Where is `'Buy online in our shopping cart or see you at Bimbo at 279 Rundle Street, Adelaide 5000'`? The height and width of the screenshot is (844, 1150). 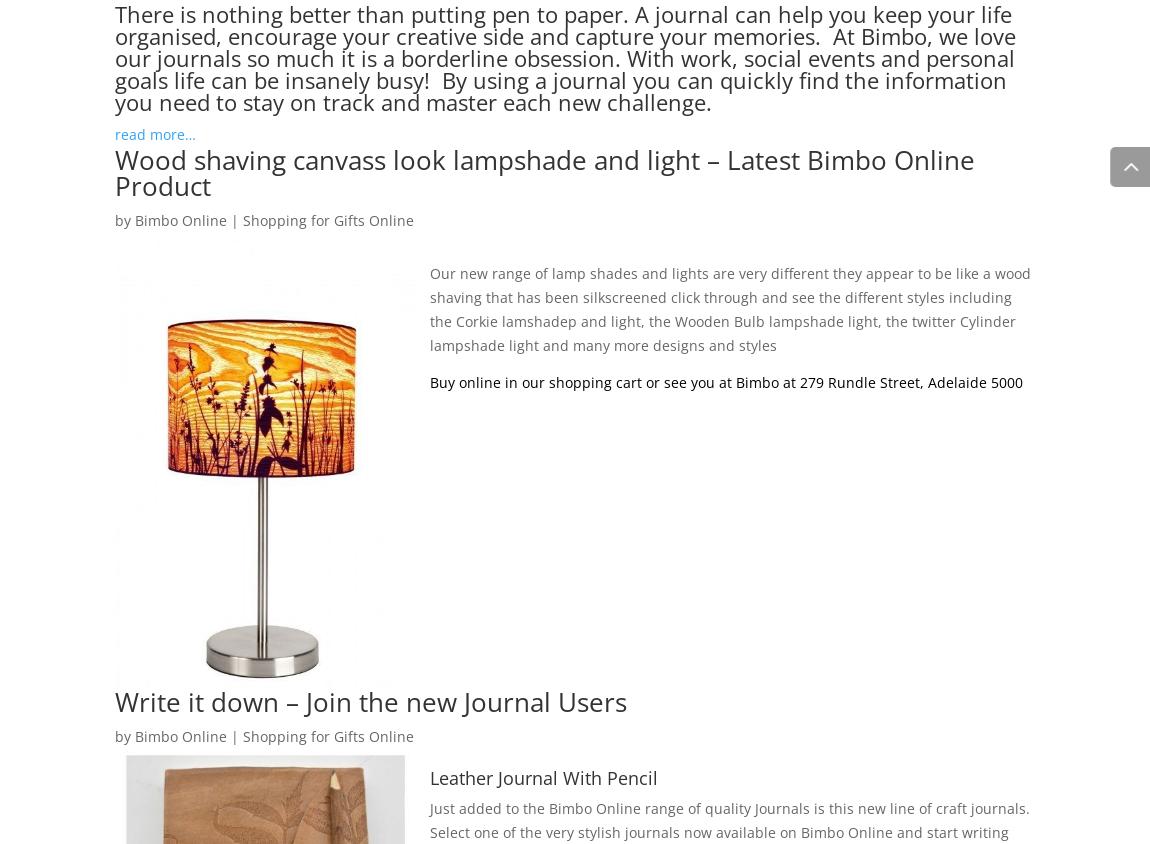 'Buy online in our shopping cart or see you at Bimbo at 279 Rundle Street, Adelaide 5000' is located at coordinates (429, 382).